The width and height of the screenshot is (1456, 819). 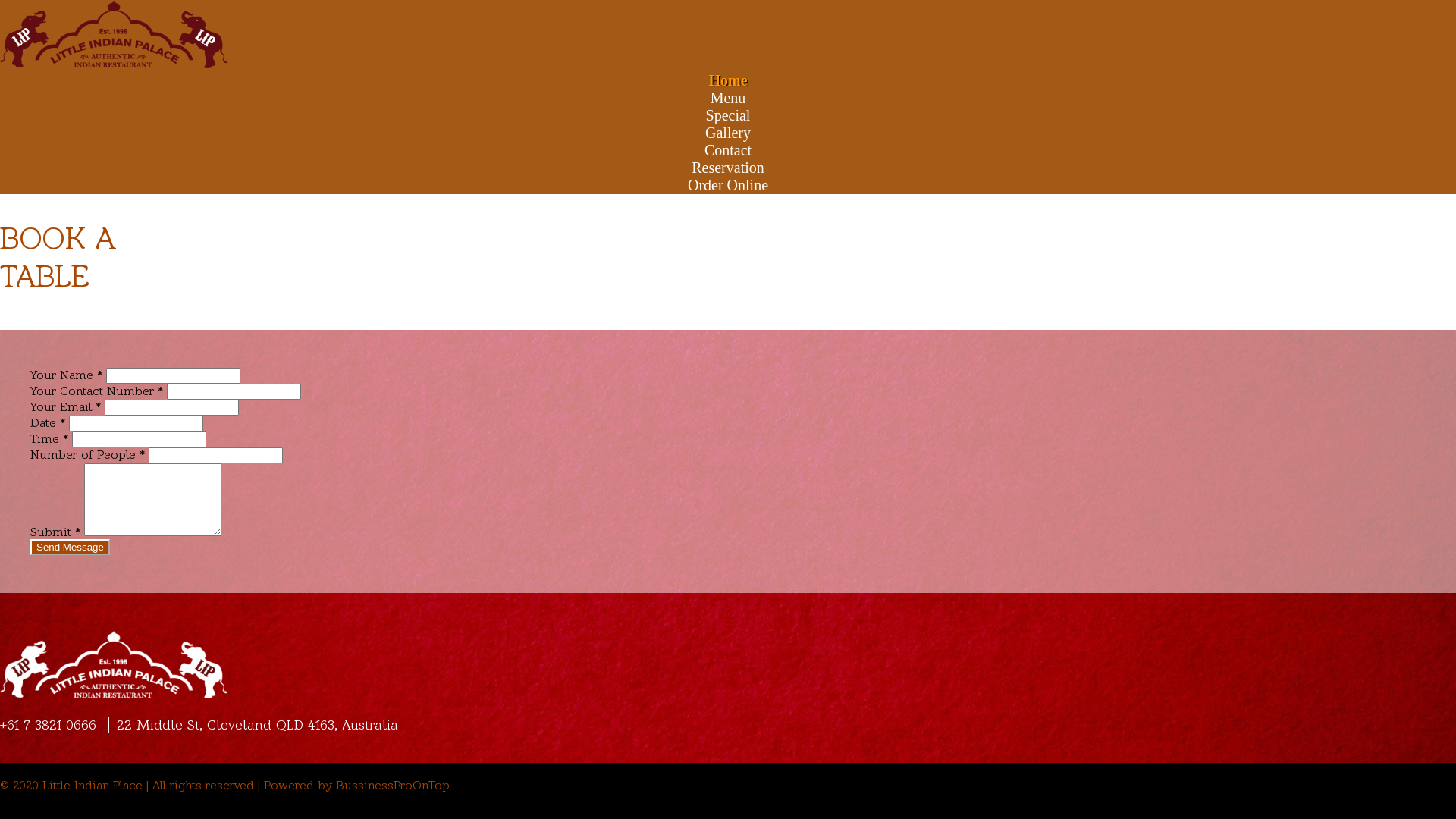 What do you see at coordinates (52, 723) in the screenshot?
I see `'+61 7 3821 0666'` at bounding box center [52, 723].